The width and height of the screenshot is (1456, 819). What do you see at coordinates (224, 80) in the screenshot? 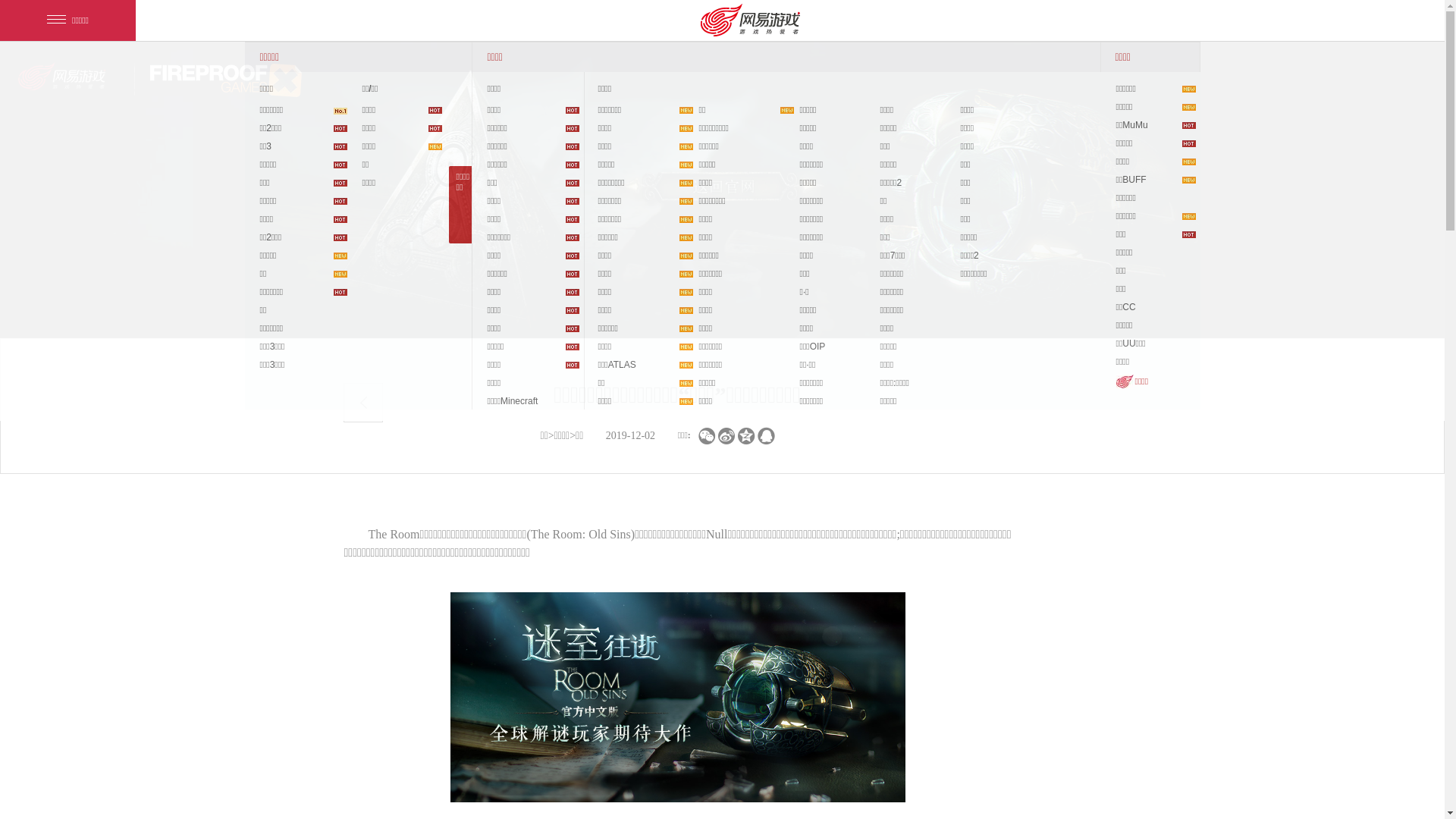
I see `'fireproof'` at bounding box center [224, 80].